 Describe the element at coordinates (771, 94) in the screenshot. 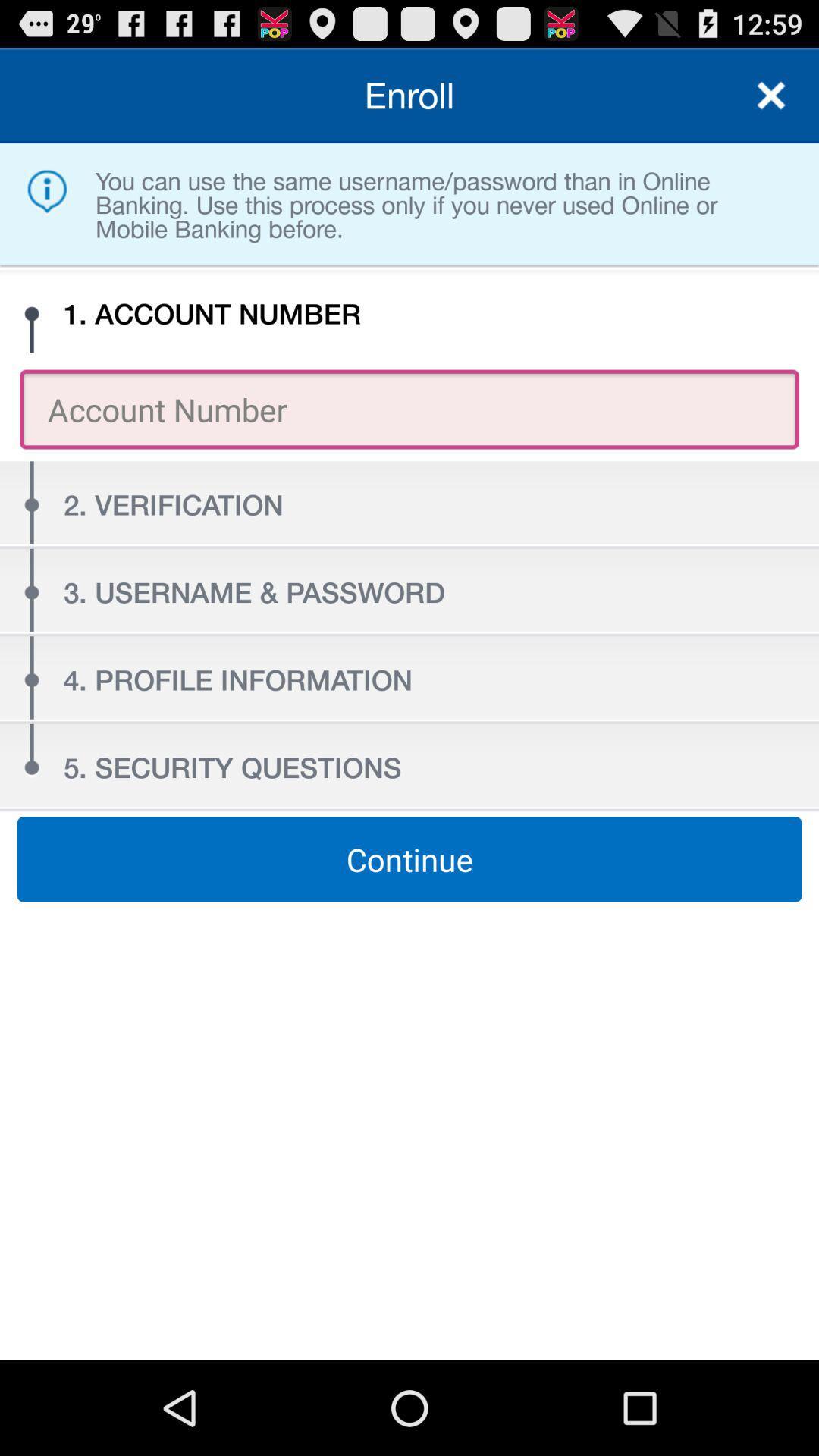

I see `item to the right of enroll item` at that location.